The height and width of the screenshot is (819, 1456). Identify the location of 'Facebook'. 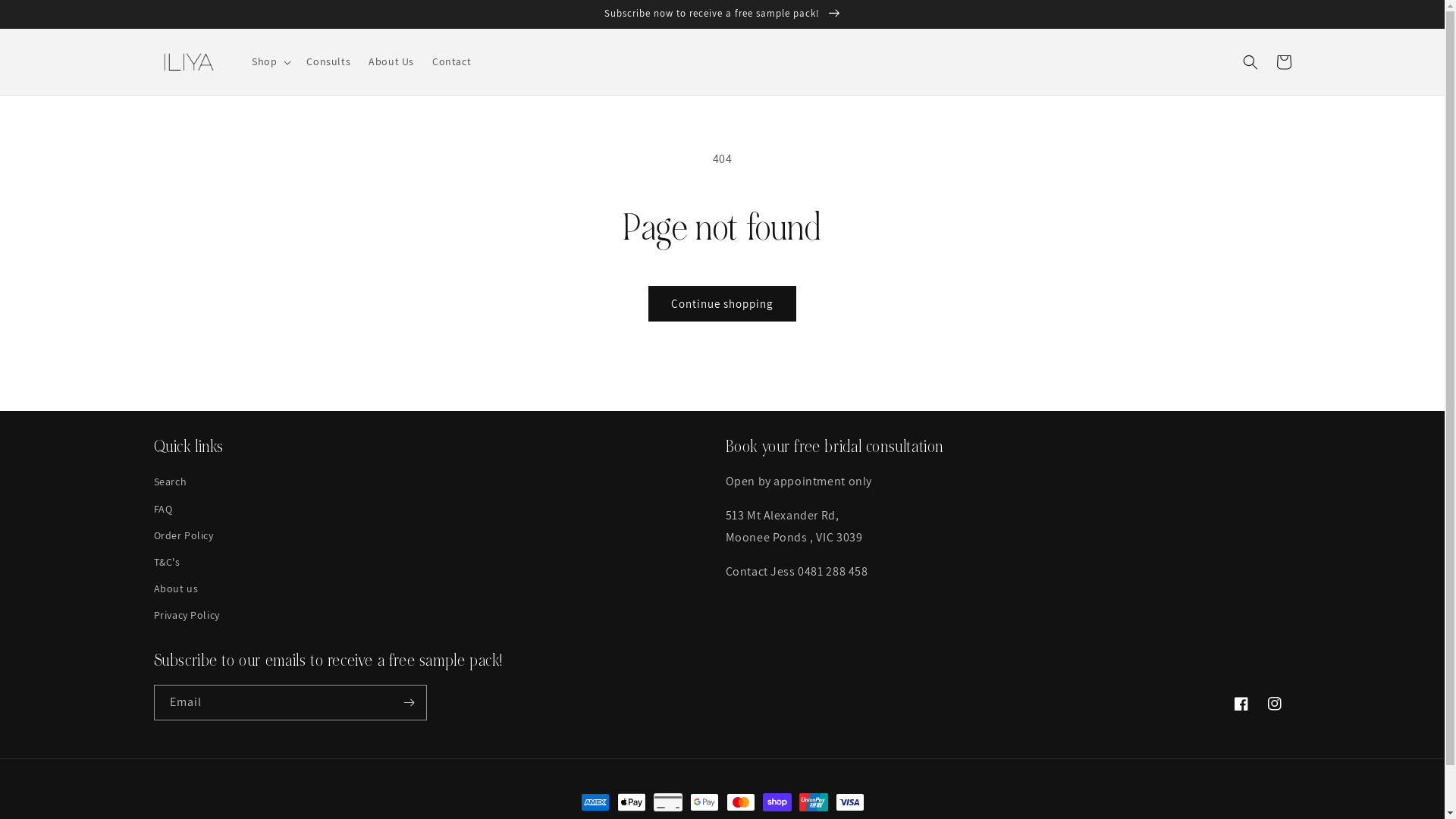
(1241, 704).